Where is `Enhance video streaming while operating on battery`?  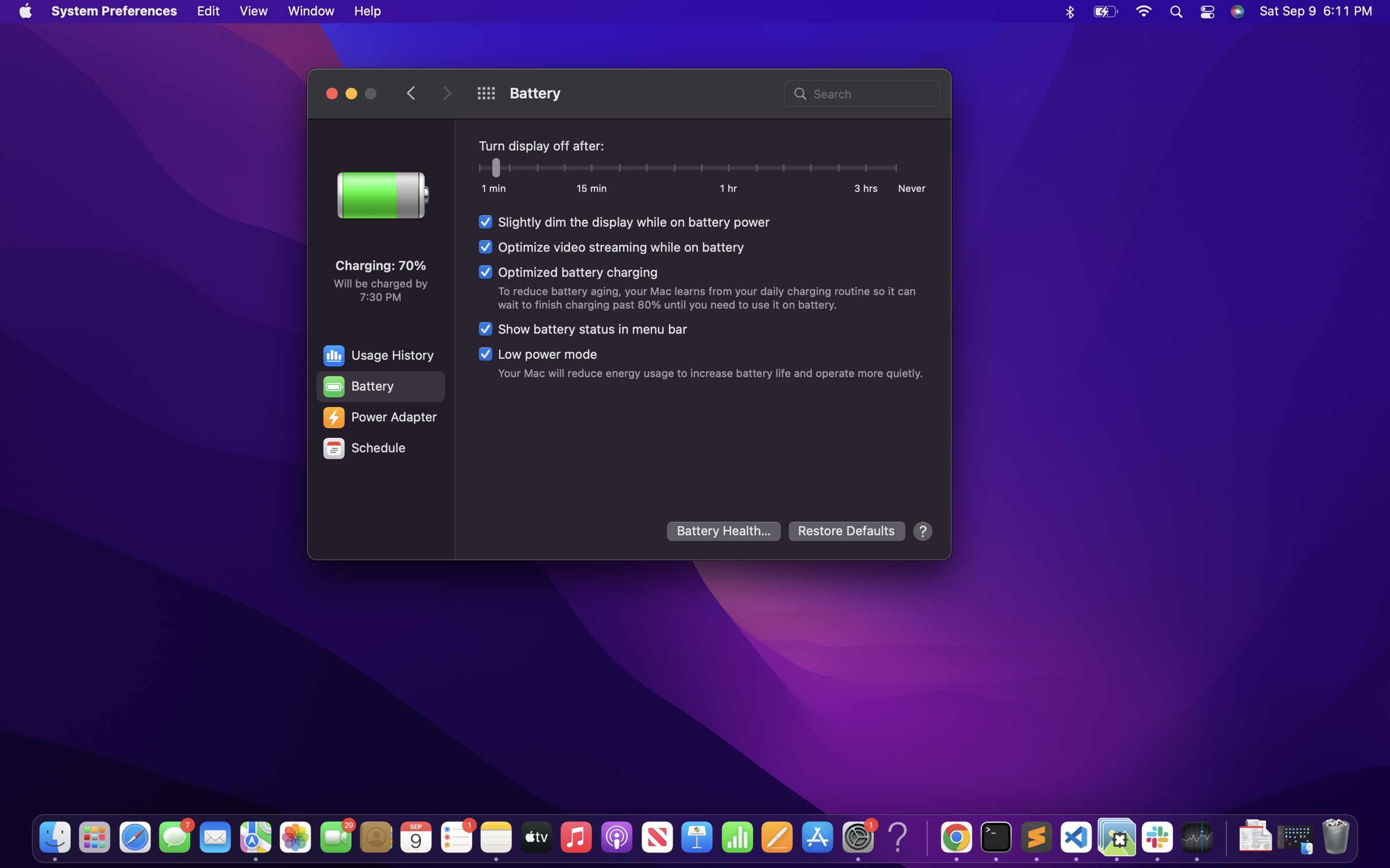 Enhance video streaming while operating on battery is located at coordinates (611, 245).